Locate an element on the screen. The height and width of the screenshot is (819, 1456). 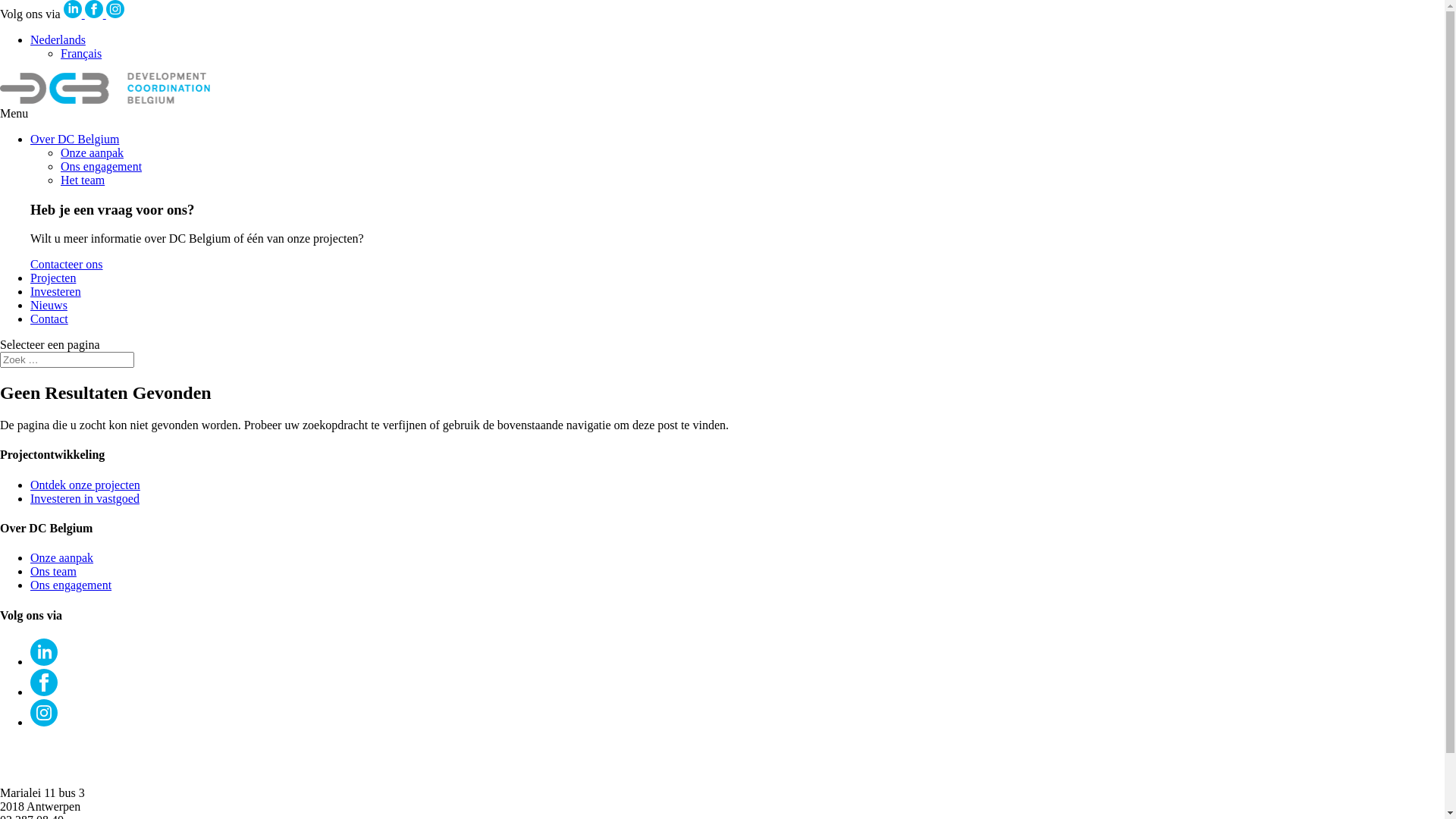
'Zoek naar:' is located at coordinates (0, 359).